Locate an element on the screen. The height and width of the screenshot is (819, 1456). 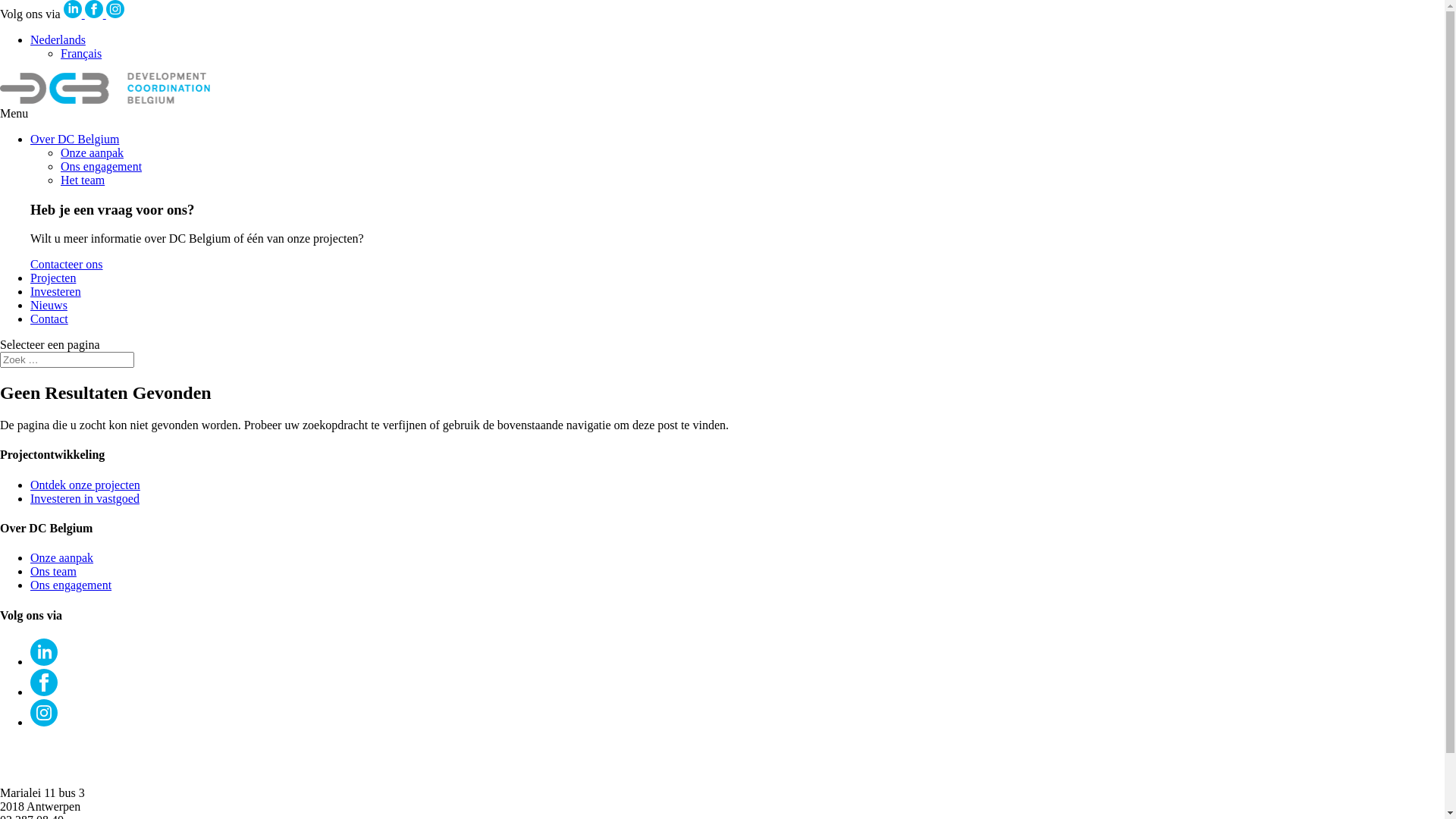
'Zoek naar:' is located at coordinates (0, 359).